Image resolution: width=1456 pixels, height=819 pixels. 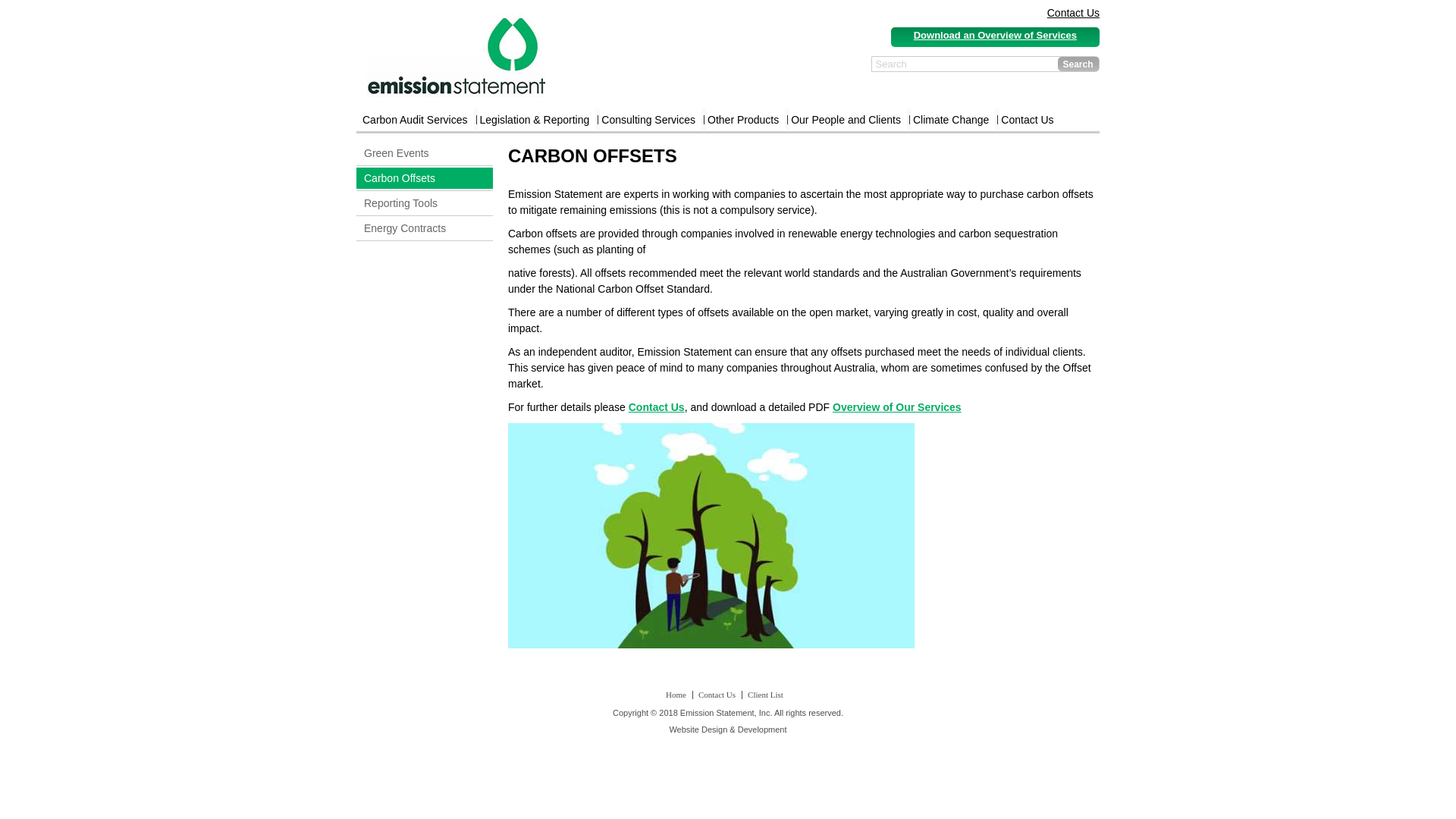 I want to click on 'Client List', so click(x=765, y=694).